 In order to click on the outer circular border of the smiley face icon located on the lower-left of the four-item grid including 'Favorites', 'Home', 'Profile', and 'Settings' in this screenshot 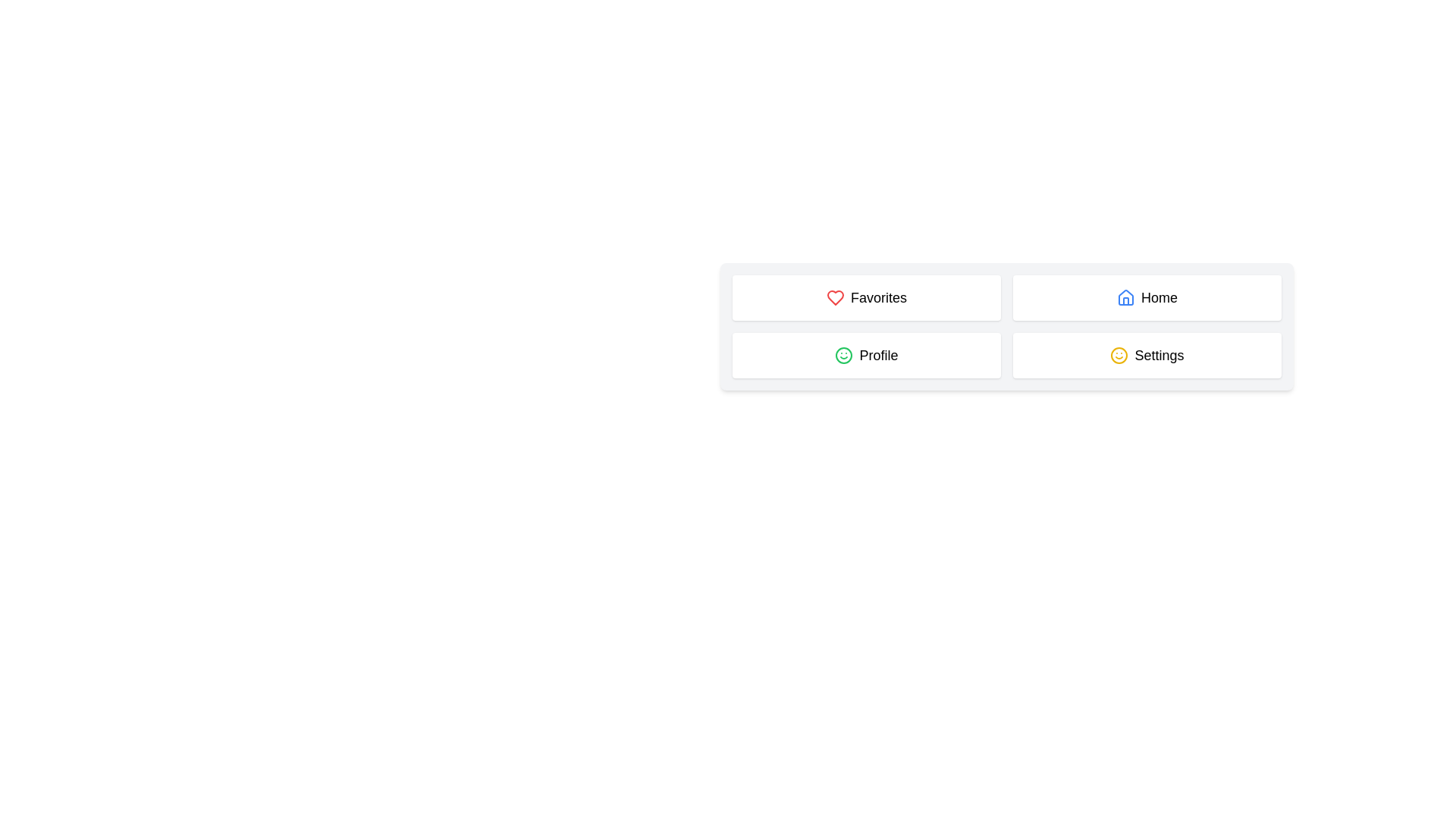, I will do `click(1119, 356)`.